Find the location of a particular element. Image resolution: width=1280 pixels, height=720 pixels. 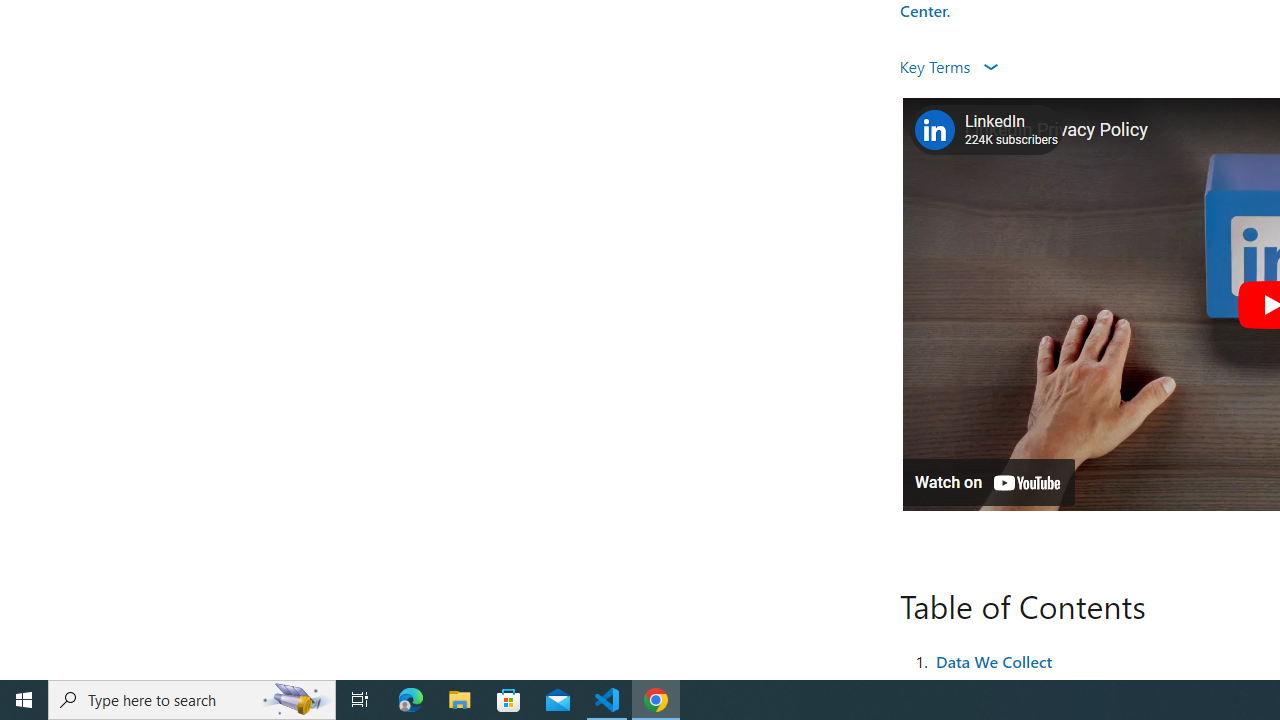

'Data We Collect' is located at coordinates (993, 660).